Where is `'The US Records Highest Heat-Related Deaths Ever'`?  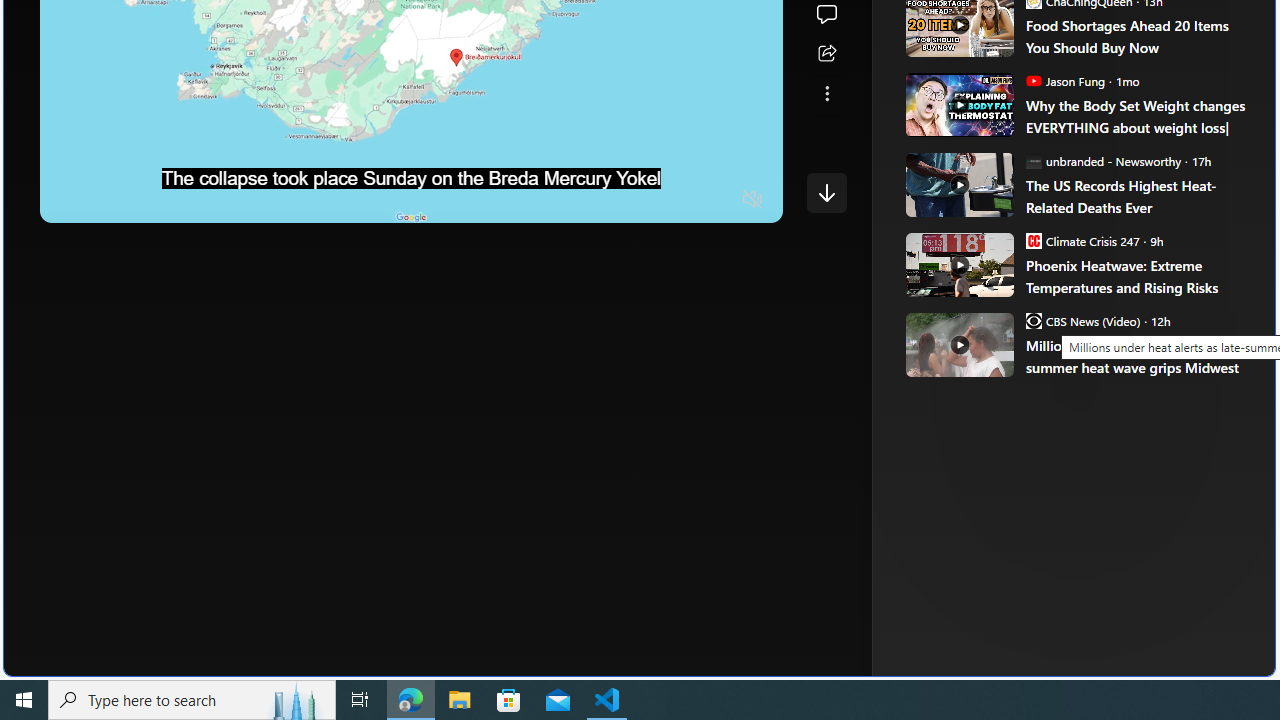 'The US Records Highest Heat-Related Deaths Ever' is located at coordinates (1136, 196).